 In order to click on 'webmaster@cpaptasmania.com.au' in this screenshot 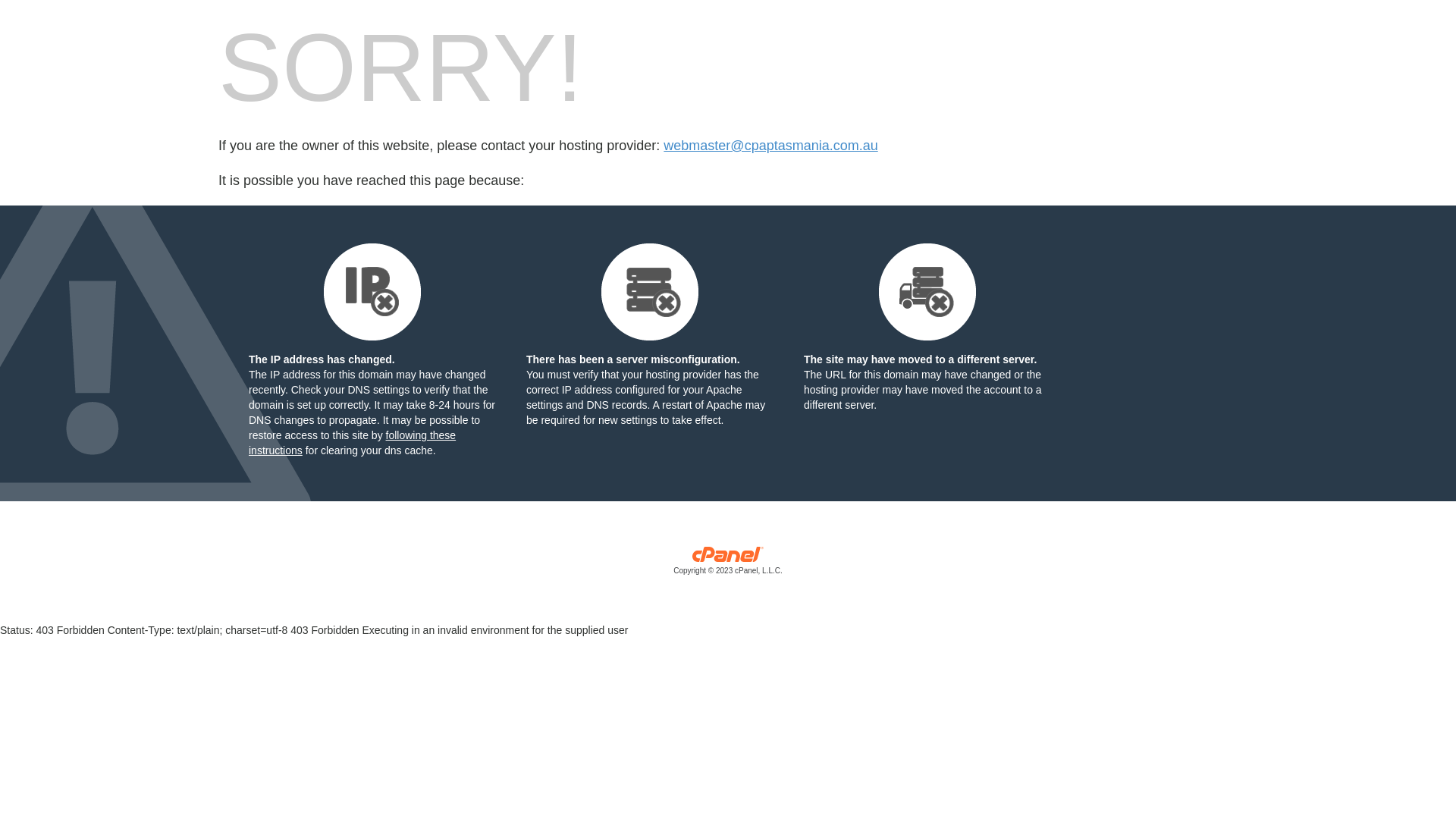, I will do `click(770, 146)`.